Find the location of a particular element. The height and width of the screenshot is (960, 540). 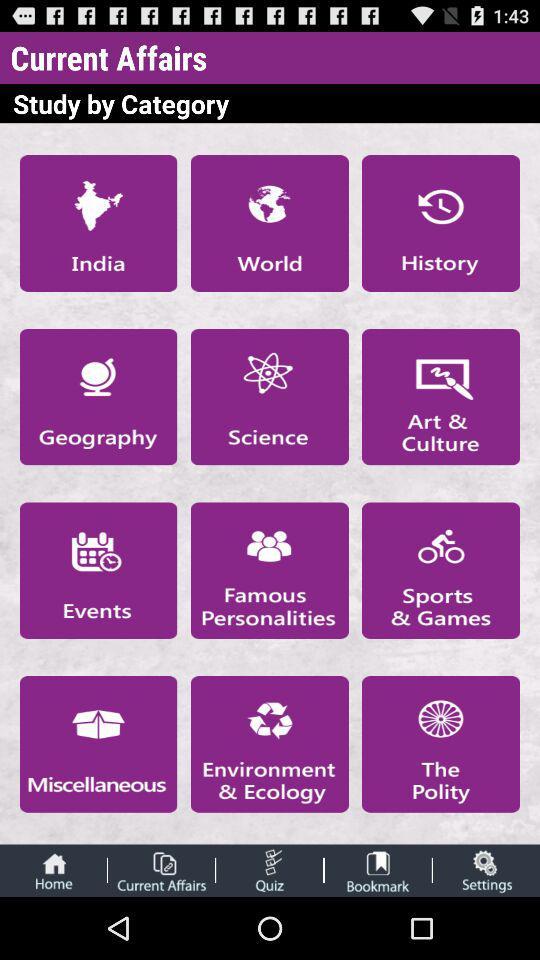

science category is located at coordinates (269, 396).